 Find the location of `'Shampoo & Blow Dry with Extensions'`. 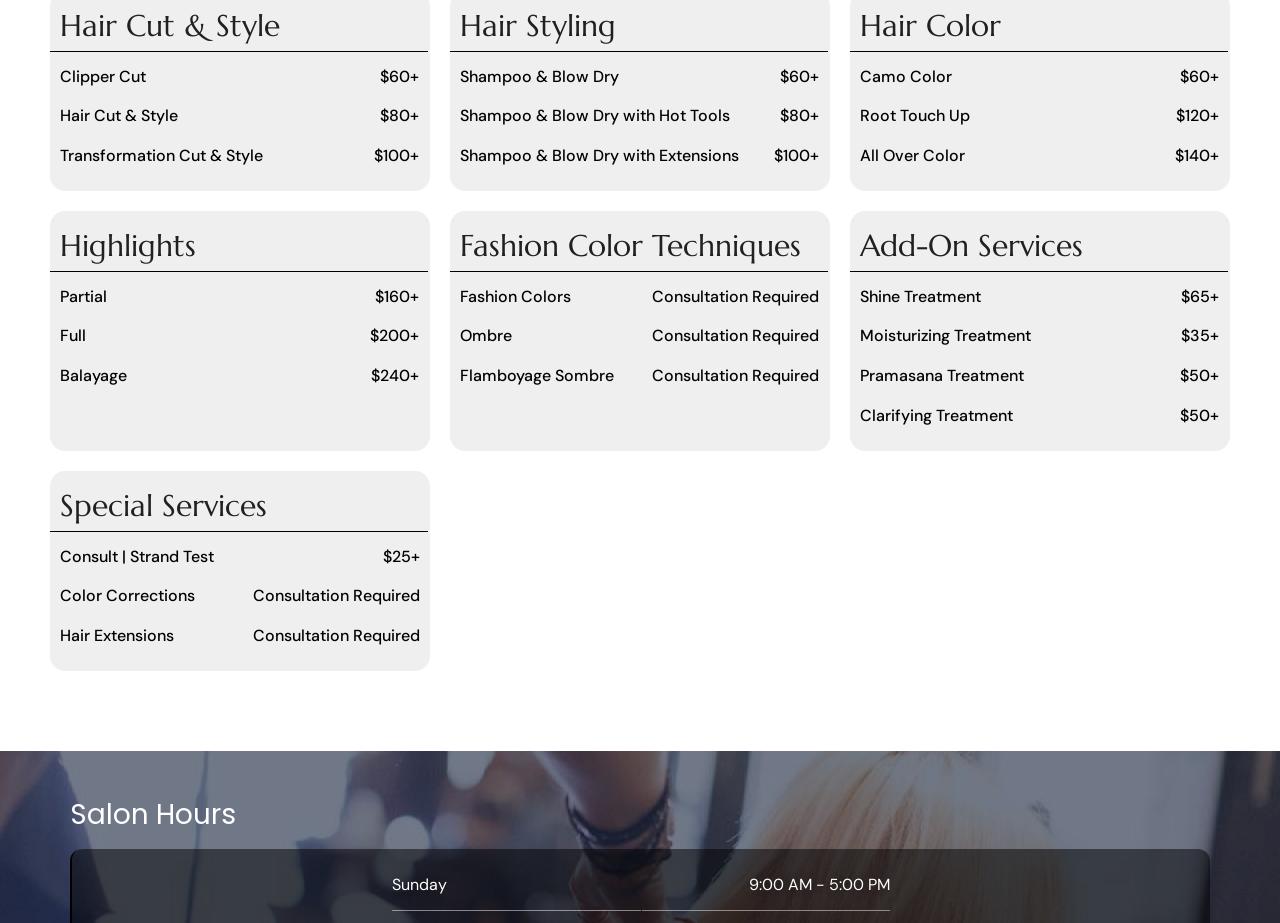

'Shampoo & Blow Dry with Extensions' is located at coordinates (597, 155).